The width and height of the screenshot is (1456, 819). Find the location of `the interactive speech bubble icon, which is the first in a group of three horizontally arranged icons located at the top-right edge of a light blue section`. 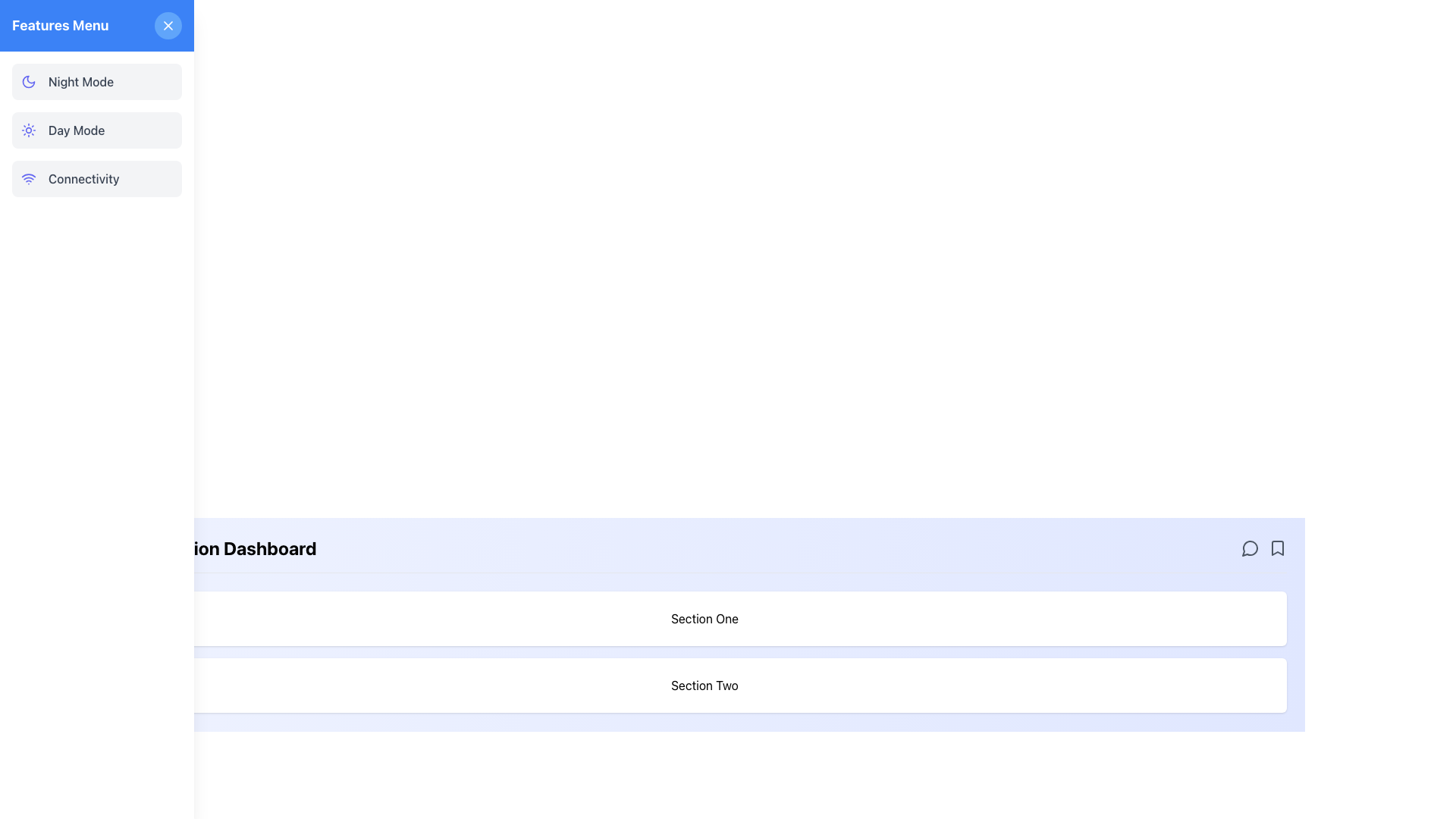

the interactive speech bubble icon, which is the first in a group of three horizontally arranged icons located at the top-right edge of a light blue section is located at coordinates (1250, 548).